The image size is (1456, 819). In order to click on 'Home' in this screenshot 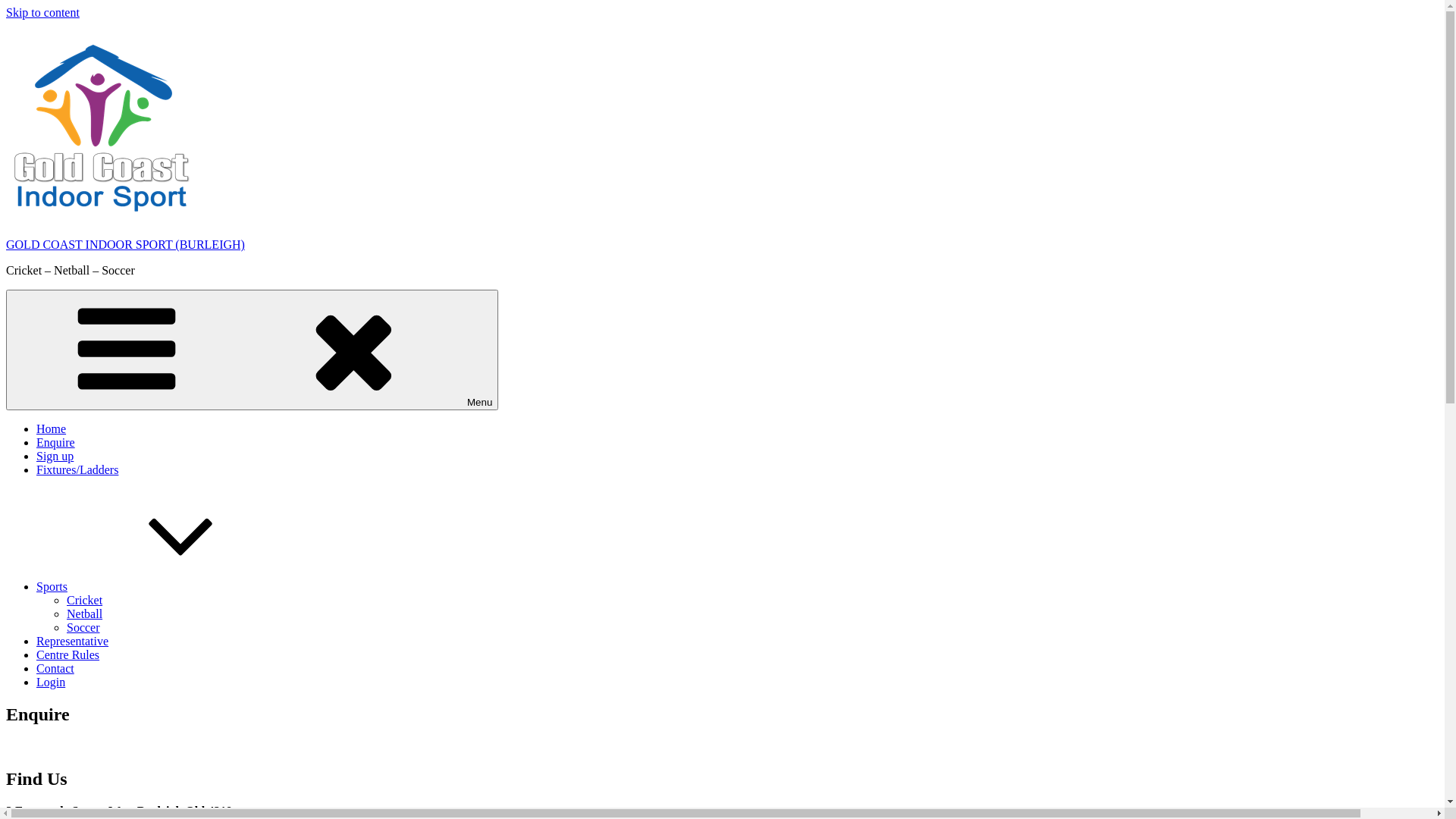, I will do `click(51, 428)`.